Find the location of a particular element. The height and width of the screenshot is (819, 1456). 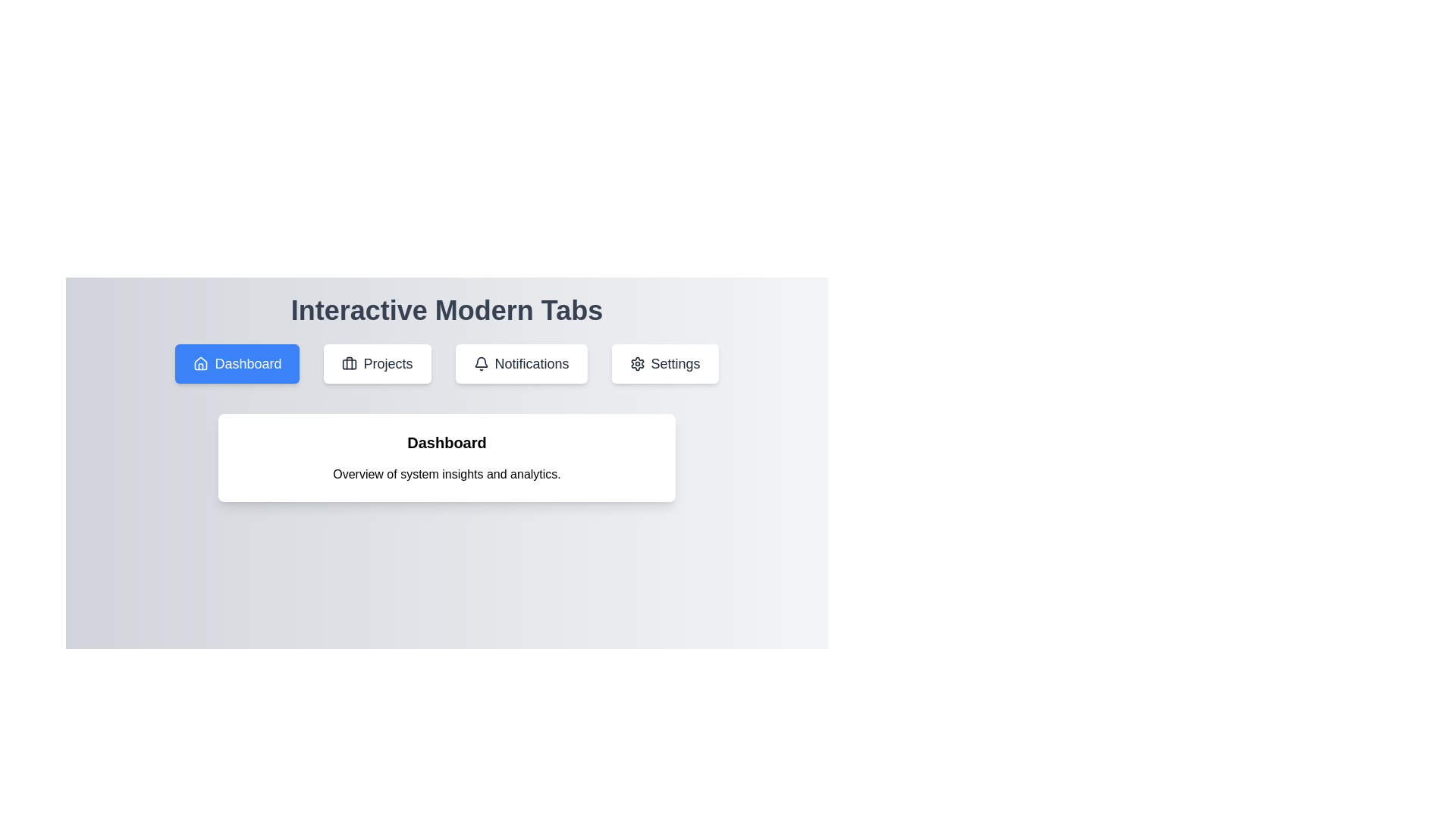

the 'Notifications' text label within the tabbed navigation interface is located at coordinates (532, 363).